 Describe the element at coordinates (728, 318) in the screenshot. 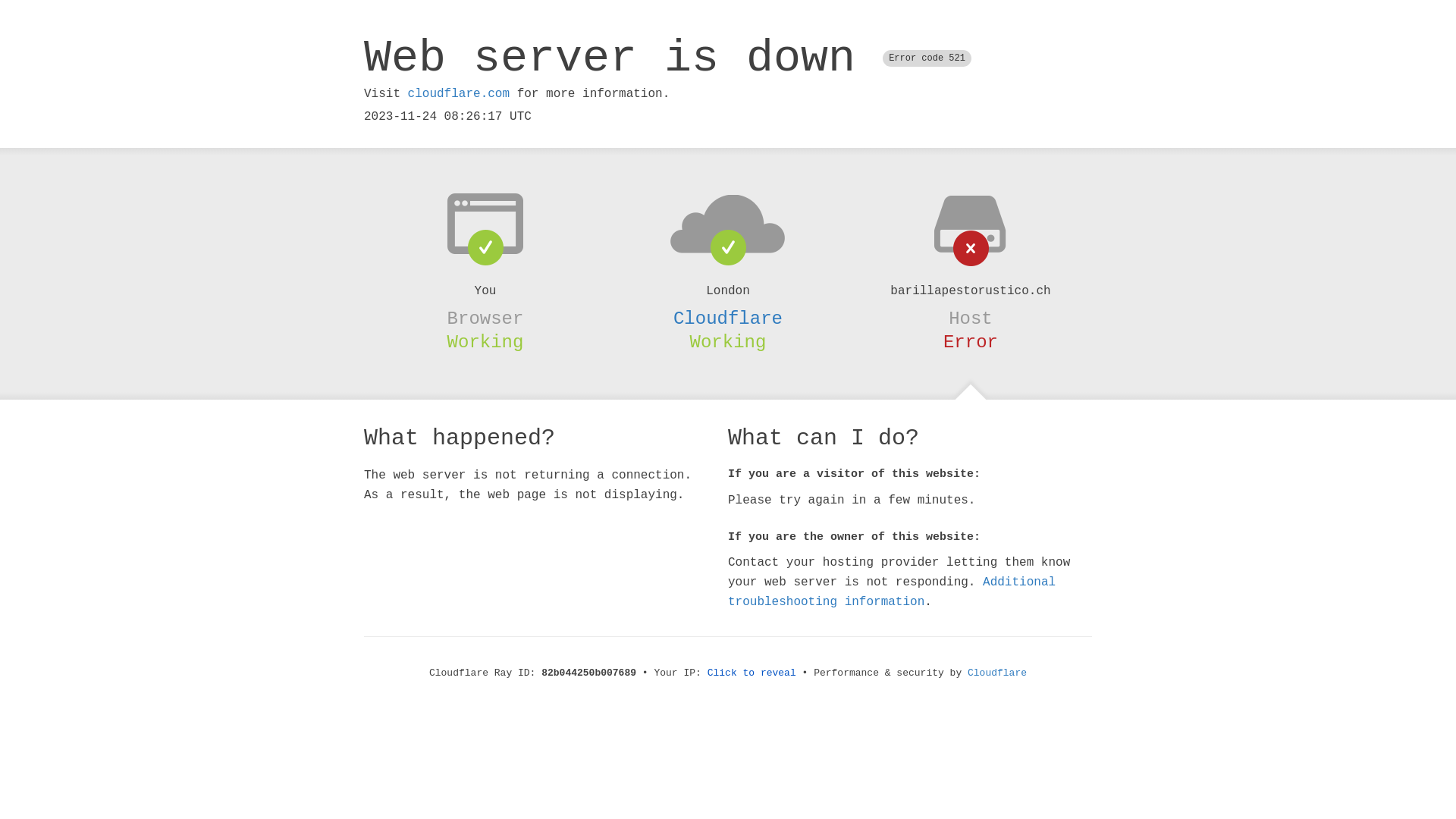

I see `'Cloudflare'` at that location.